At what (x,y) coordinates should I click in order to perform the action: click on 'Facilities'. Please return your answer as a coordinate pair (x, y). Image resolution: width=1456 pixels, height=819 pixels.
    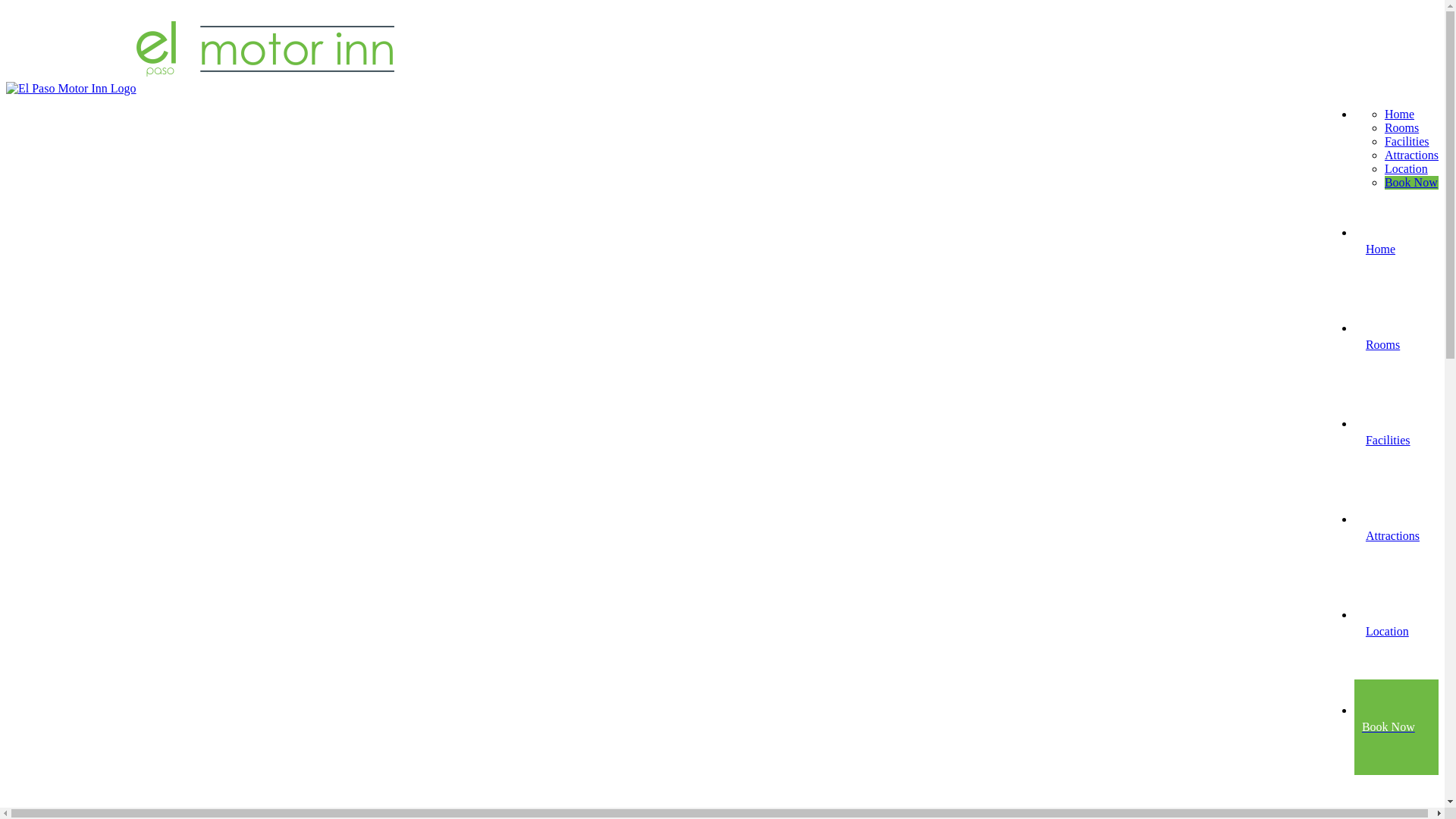
    Looking at the image, I should click on (1406, 141).